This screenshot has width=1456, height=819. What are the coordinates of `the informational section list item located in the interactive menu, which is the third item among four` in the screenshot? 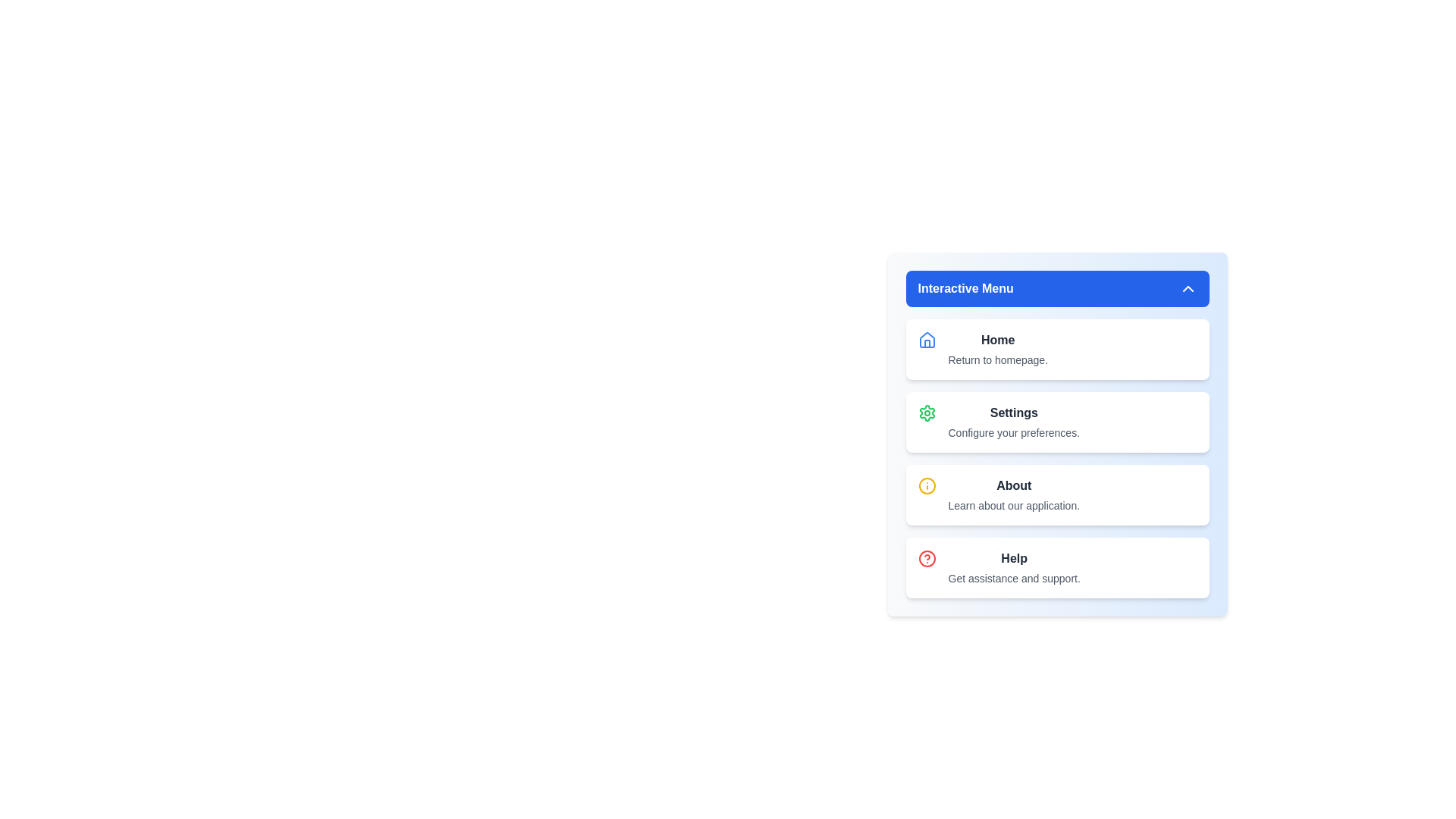 It's located at (1056, 494).